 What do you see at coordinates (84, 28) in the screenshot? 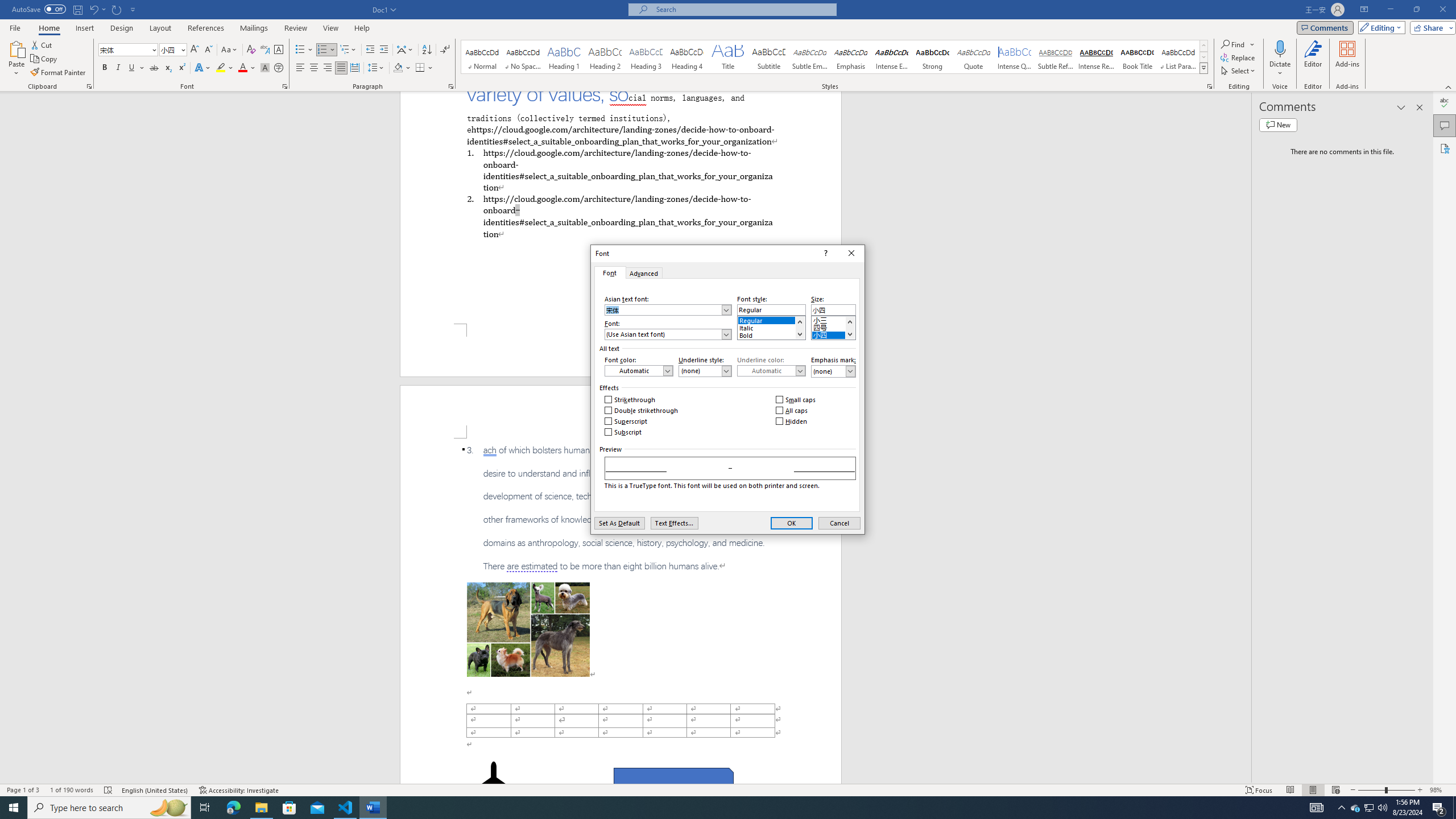
I see `'Insert'` at bounding box center [84, 28].